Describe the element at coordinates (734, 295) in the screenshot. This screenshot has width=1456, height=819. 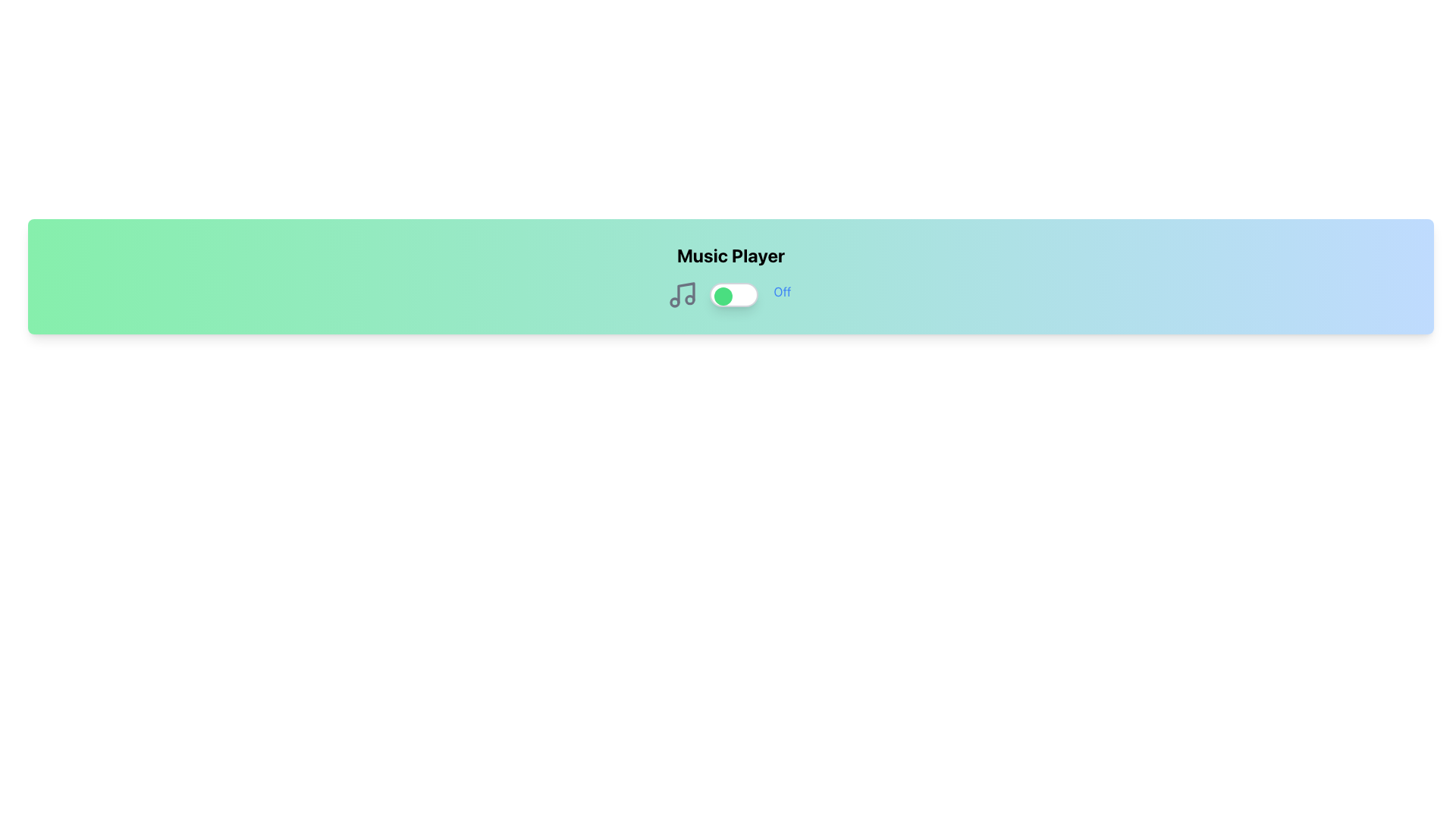
I see `the toggle switch that enables or disables a specific feature, located between a music icon and an 'Off' label, for keyboard navigation` at that location.